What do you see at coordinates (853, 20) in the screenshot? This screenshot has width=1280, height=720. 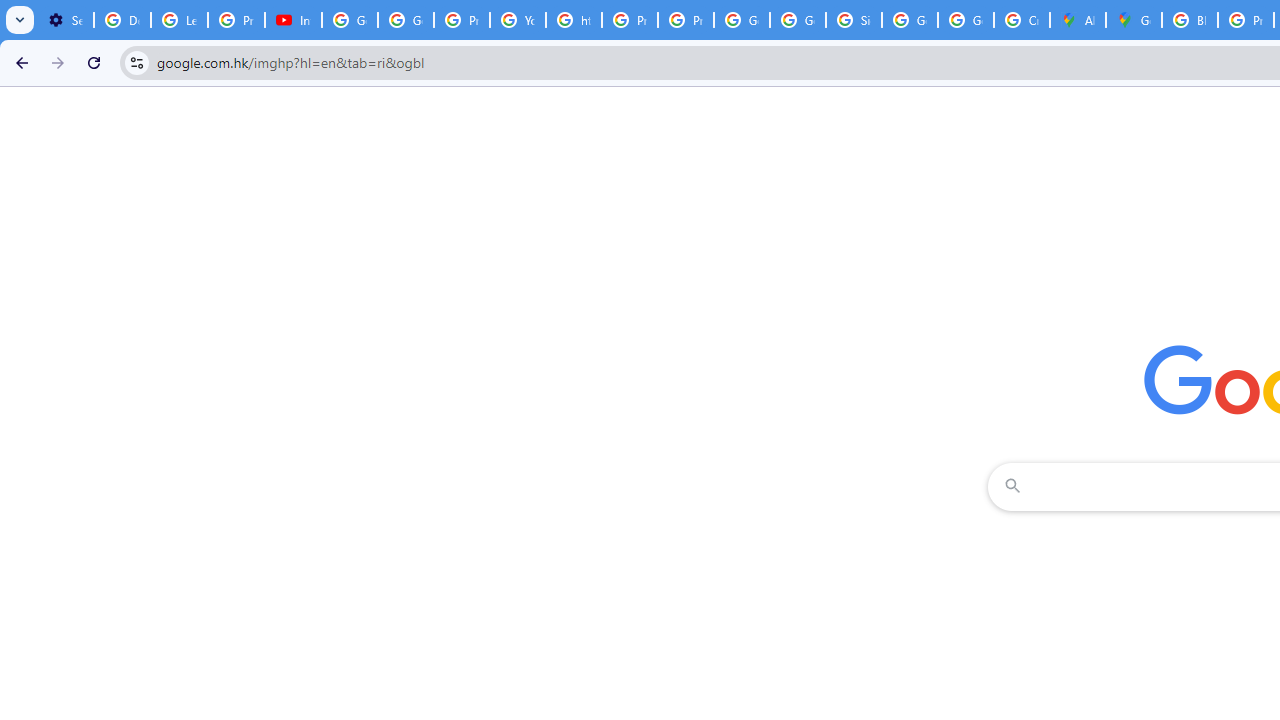 I see `'Sign in - Google Accounts'` at bounding box center [853, 20].